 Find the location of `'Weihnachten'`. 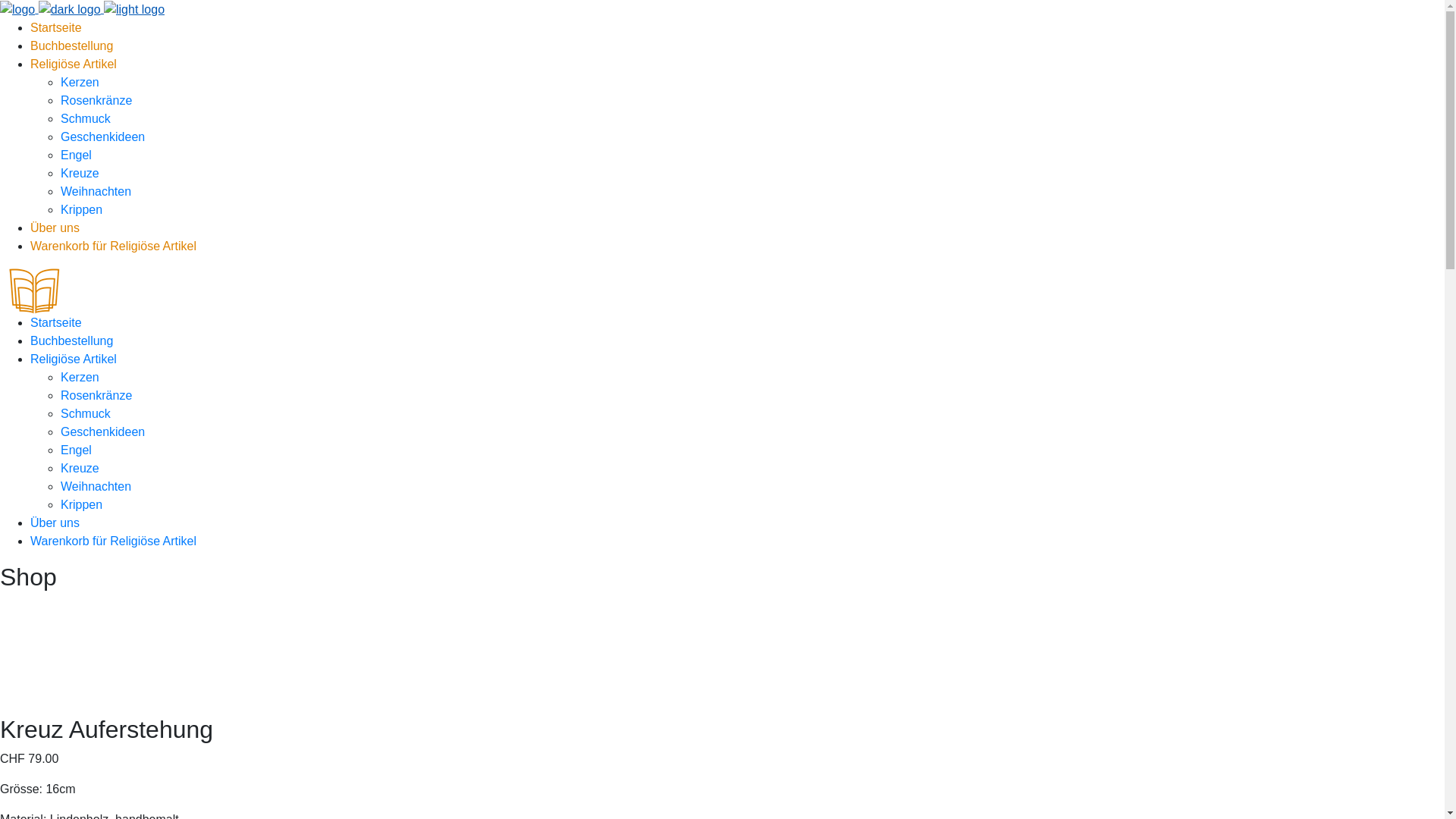

'Weihnachten' is located at coordinates (95, 190).